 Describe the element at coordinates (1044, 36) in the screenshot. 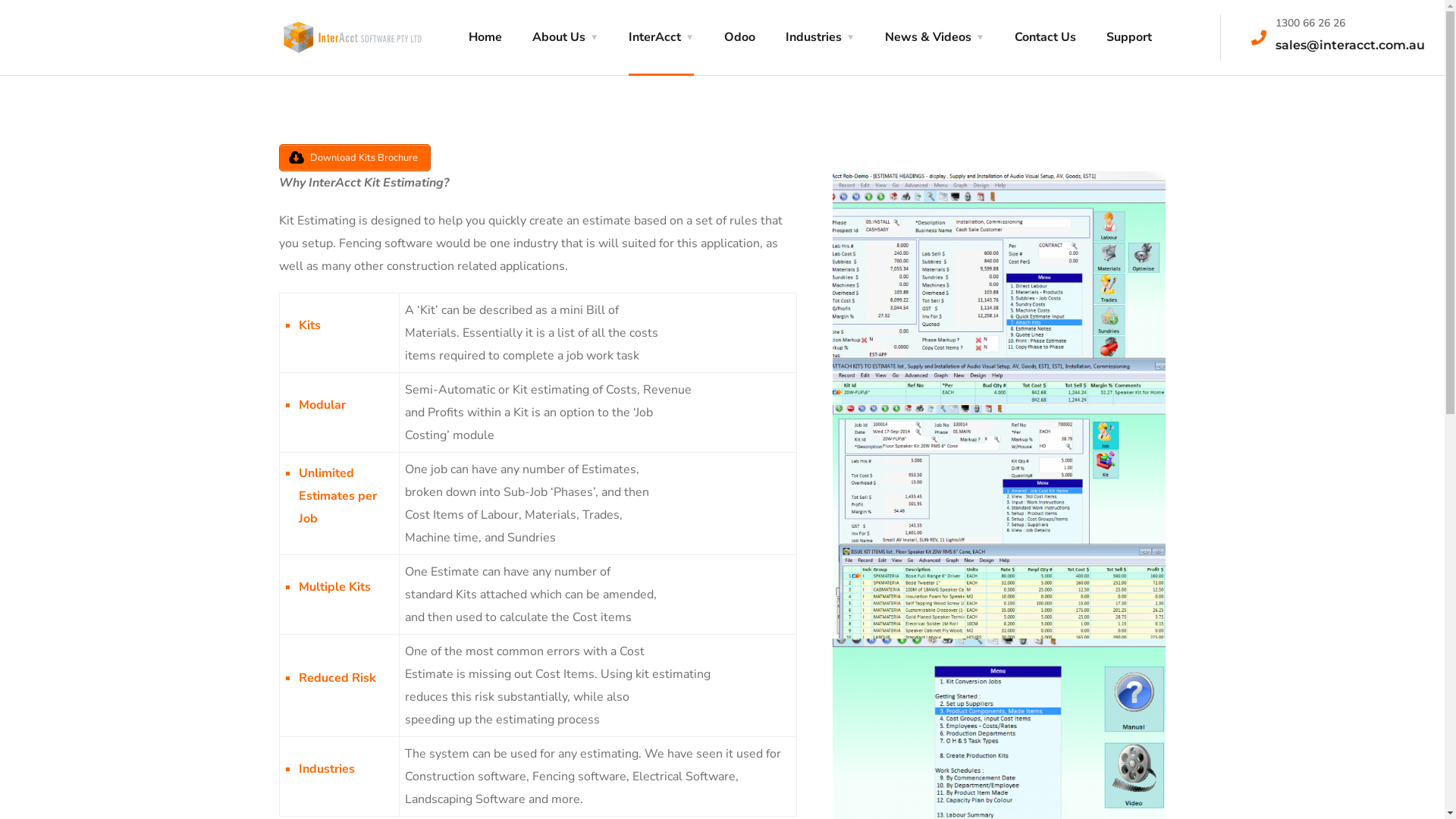

I see `'Contact Us'` at that location.